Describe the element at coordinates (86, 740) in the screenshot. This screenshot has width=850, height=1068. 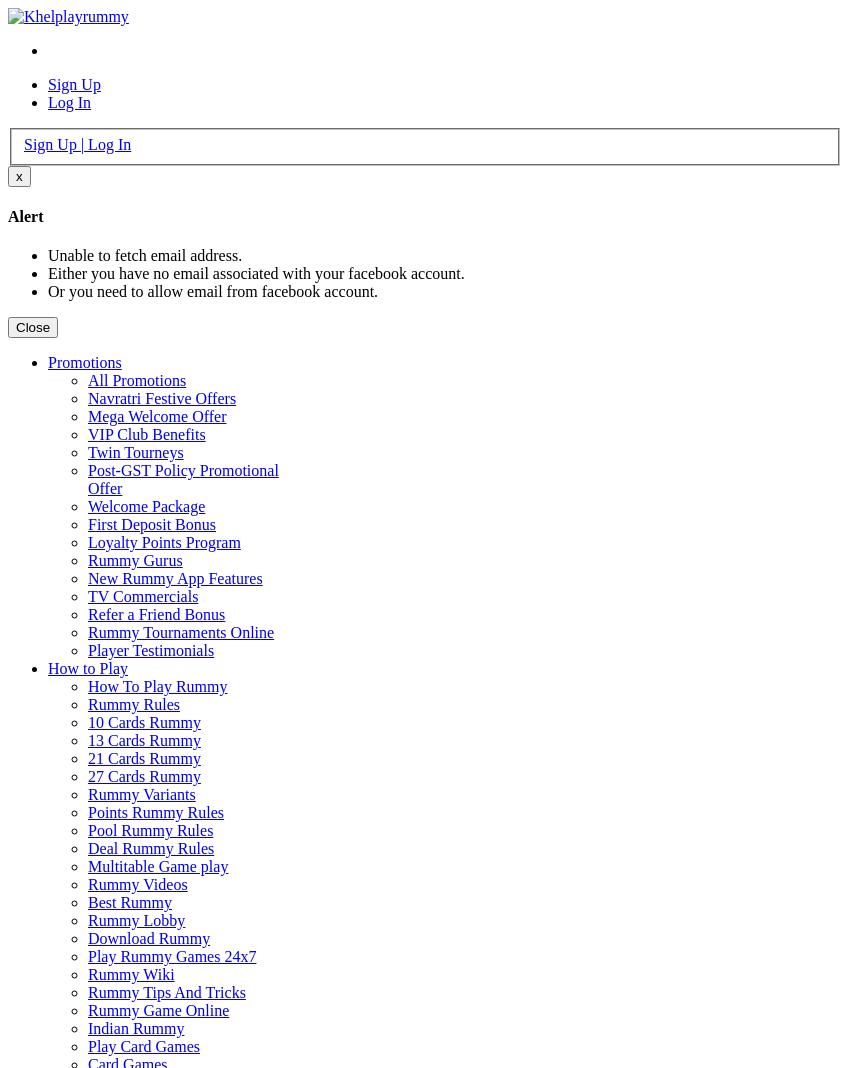
I see `'13 Cards Rummy'` at that location.